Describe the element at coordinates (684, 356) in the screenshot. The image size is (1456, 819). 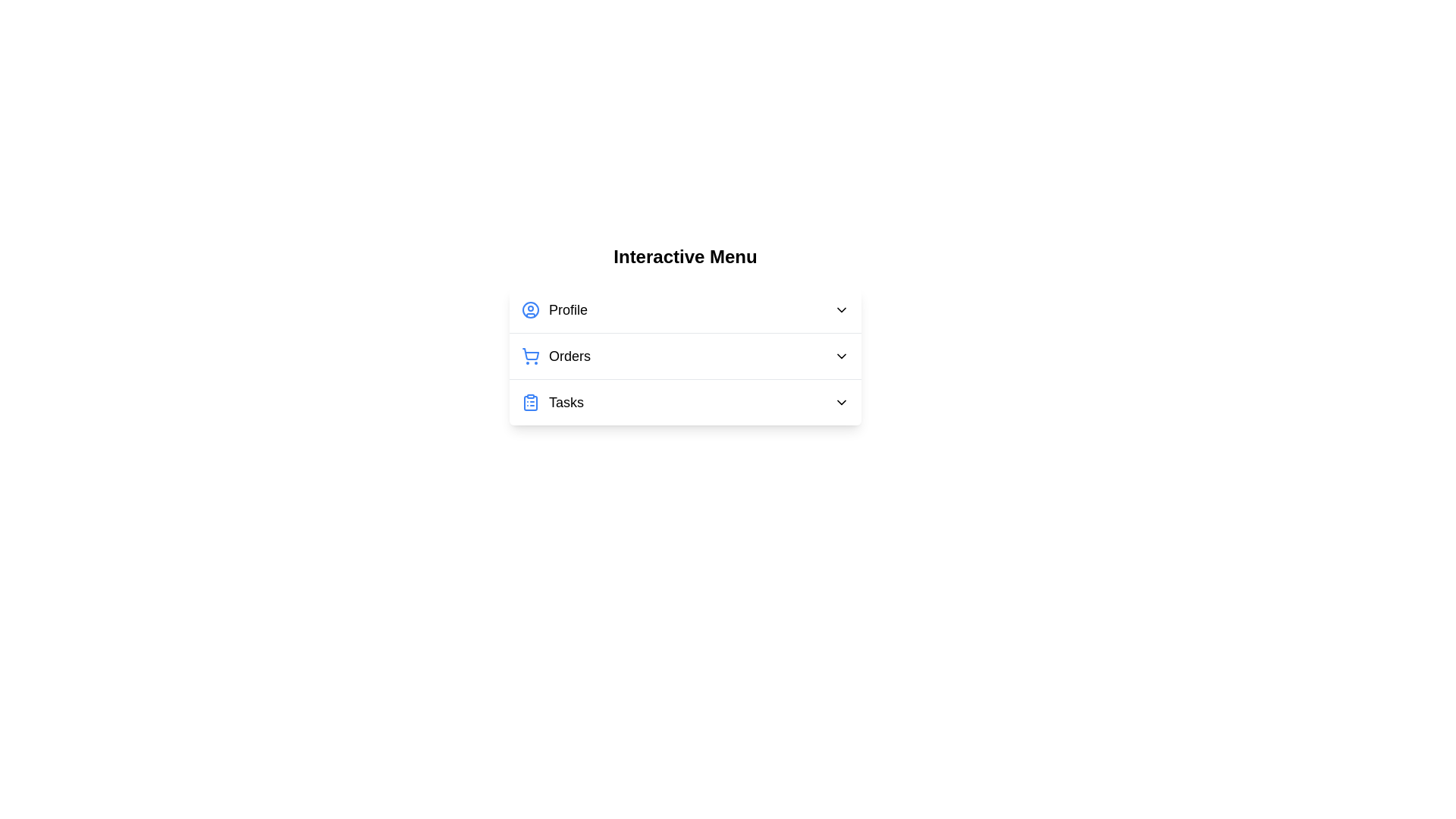
I see `the dropdown menu button located between the 'Profile' and 'Tasks' items` at that location.